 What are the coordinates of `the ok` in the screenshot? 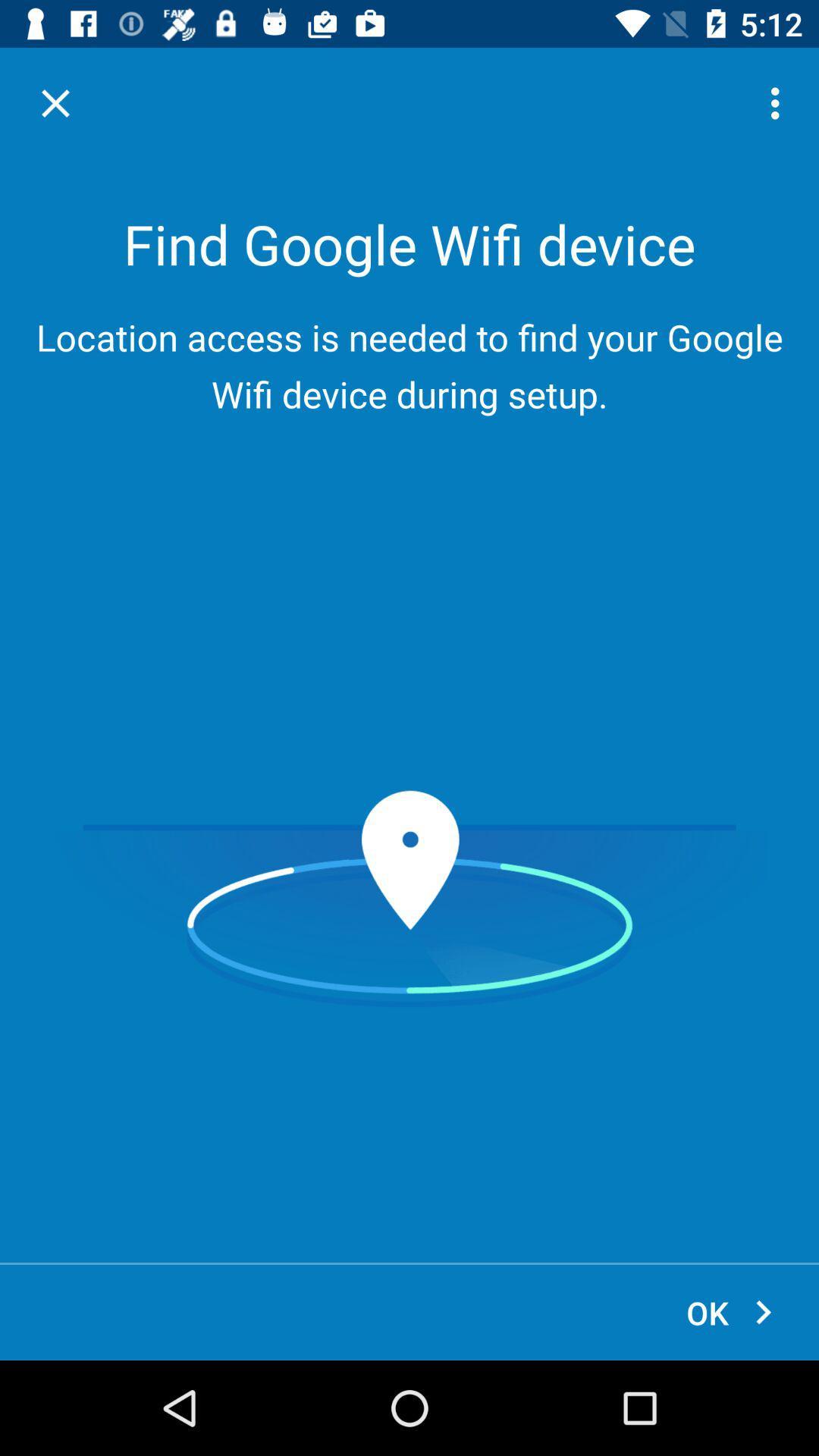 It's located at (730, 1312).